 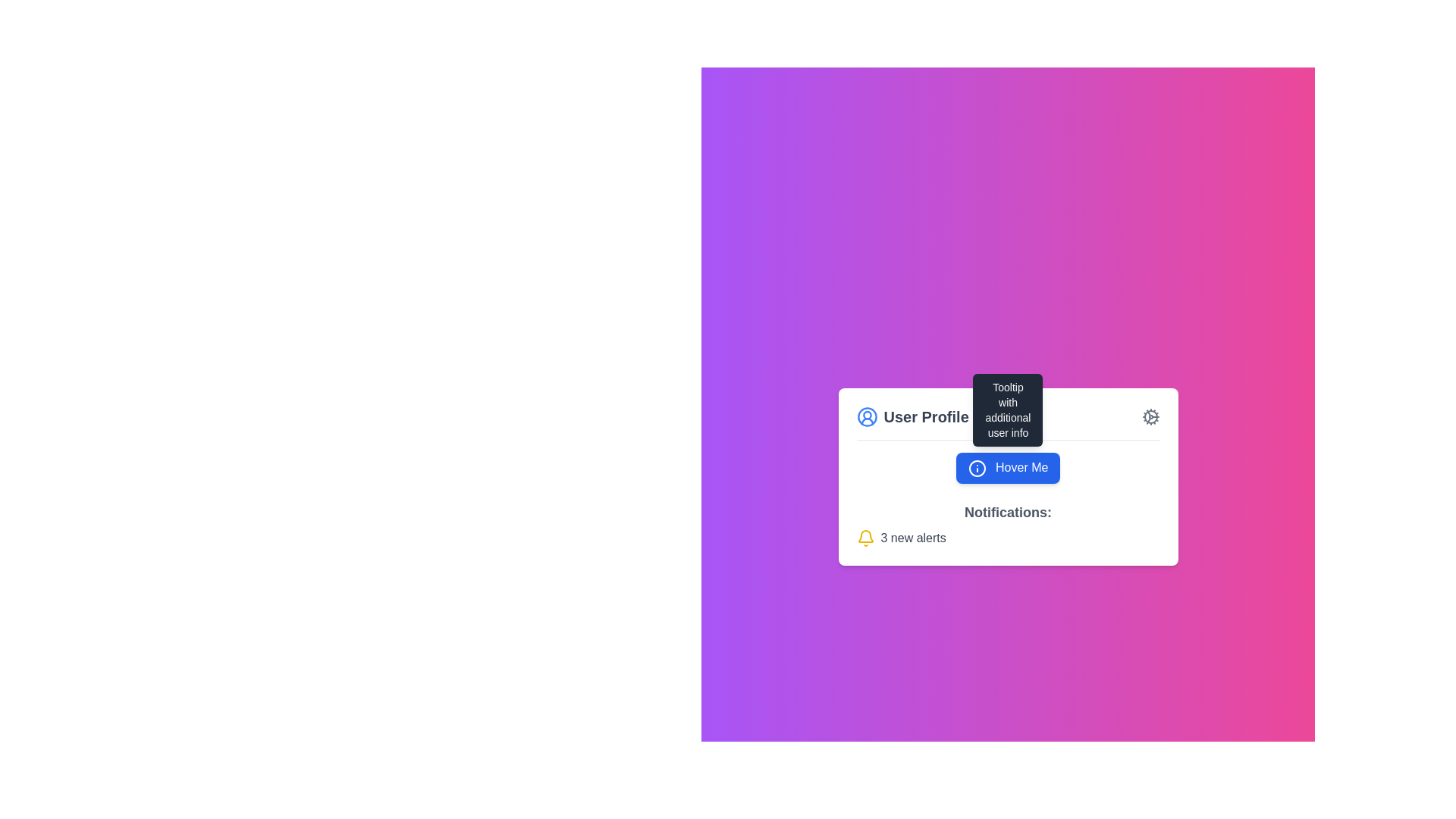 I want to click on the outermost circular graphical representation of the cog icon located in the top-right corner of the user interface, adjacent to the 'User Profile' text, so click(x=1150, y=417).